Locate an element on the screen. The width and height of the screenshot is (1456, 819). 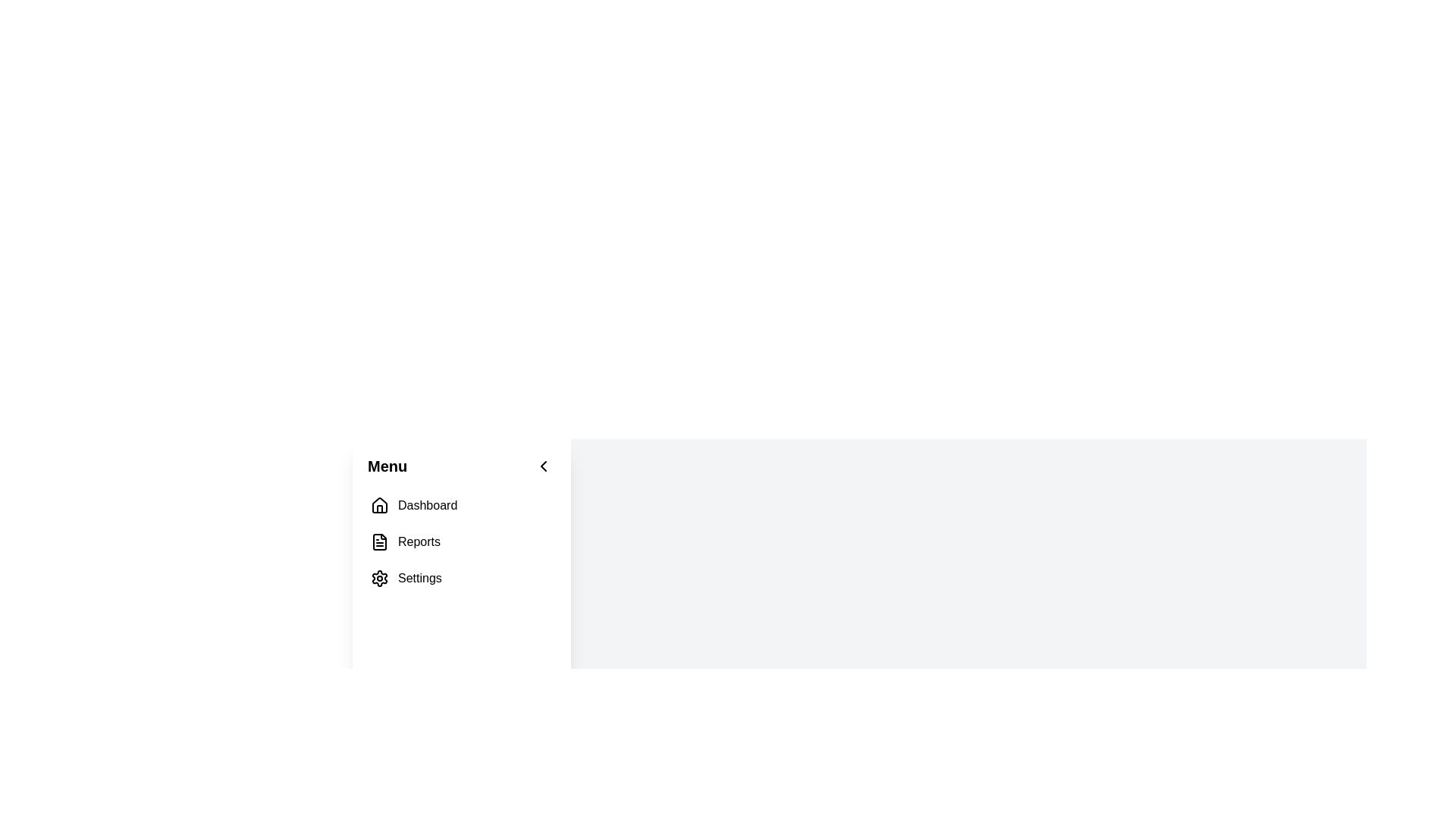
the 'Settings' text label in the lower part of the vertical menu on the left side of the interface, which is the third item under 'Menu' is located at coordinates (419, 579).